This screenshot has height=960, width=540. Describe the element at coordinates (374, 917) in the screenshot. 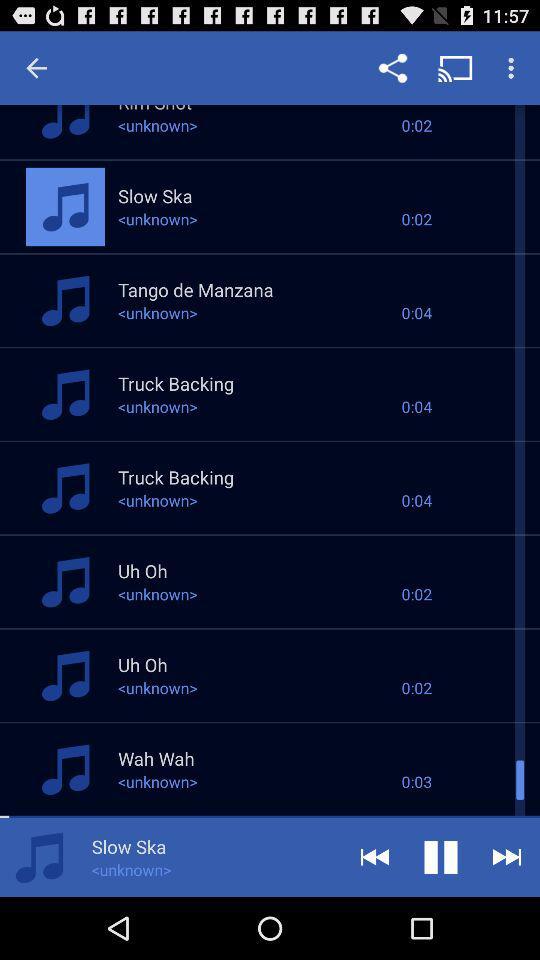

I see `the av_rewind icon` at that location.